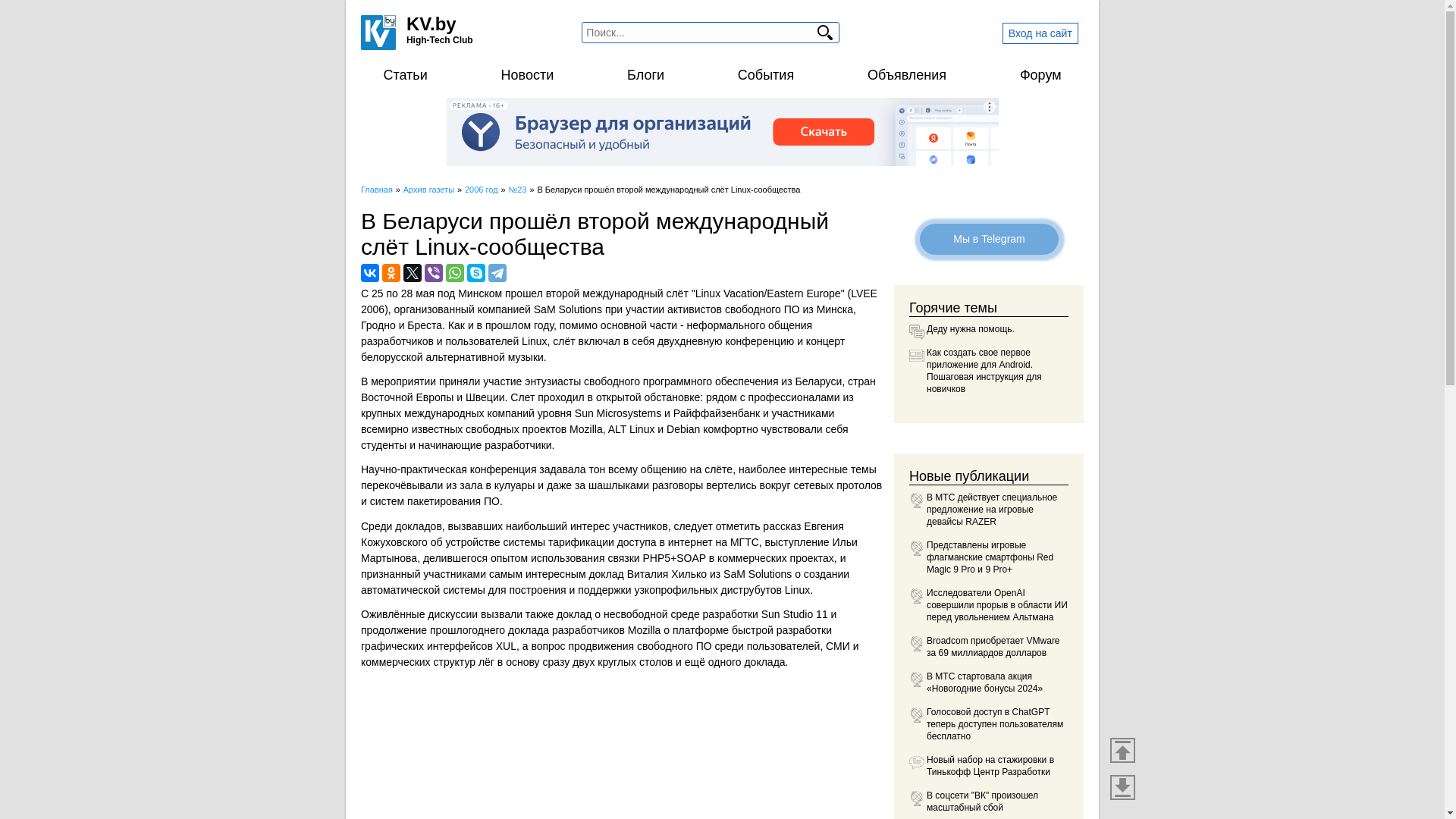 This screenshot has width=1456, height=819. I want to click on 'Viber', so click(432, 271).